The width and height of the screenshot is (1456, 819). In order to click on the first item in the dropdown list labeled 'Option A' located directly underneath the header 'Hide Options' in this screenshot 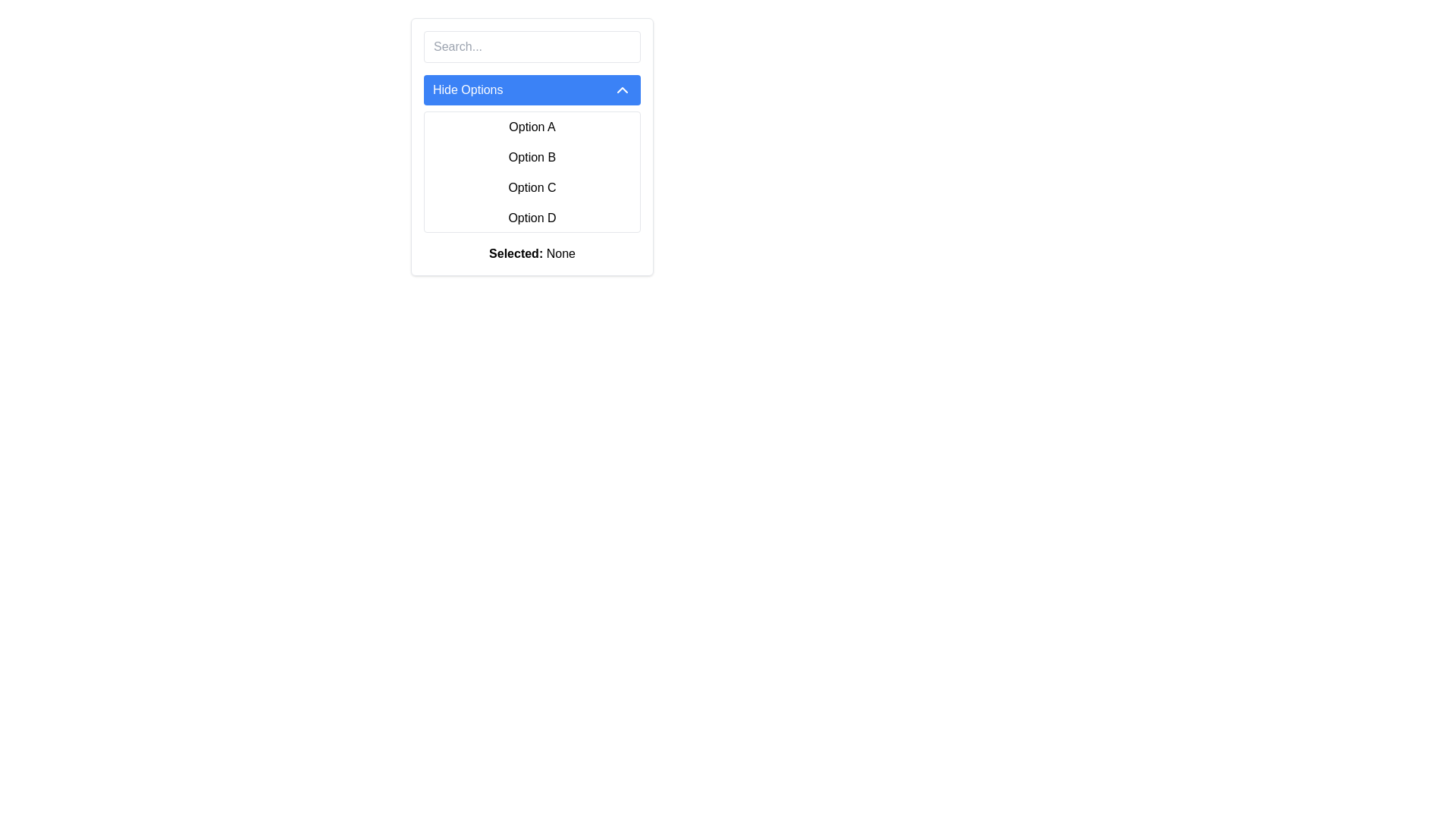, I will do `click(532, 127)`.